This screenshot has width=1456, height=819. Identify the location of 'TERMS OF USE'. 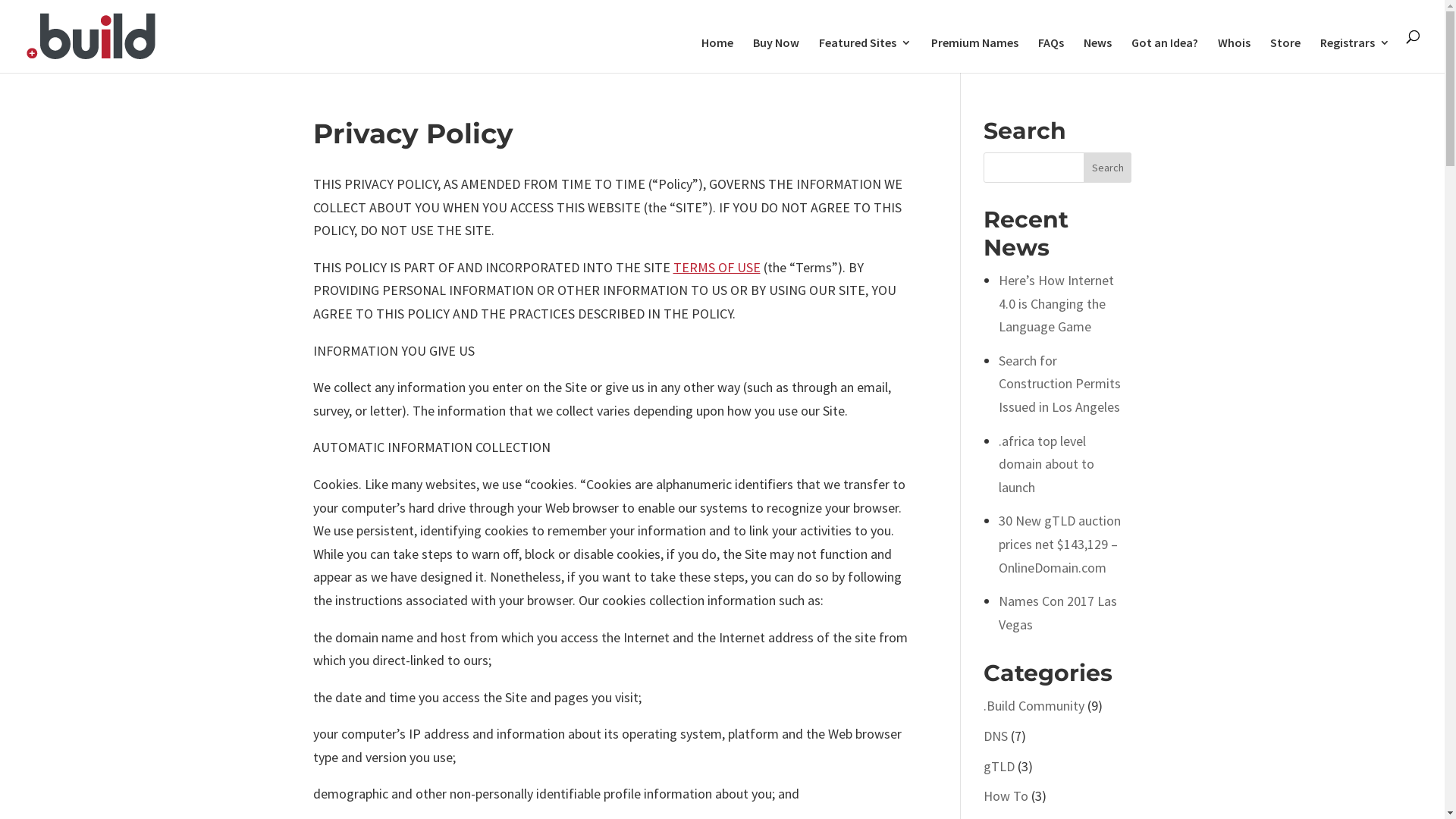
(716, 266).